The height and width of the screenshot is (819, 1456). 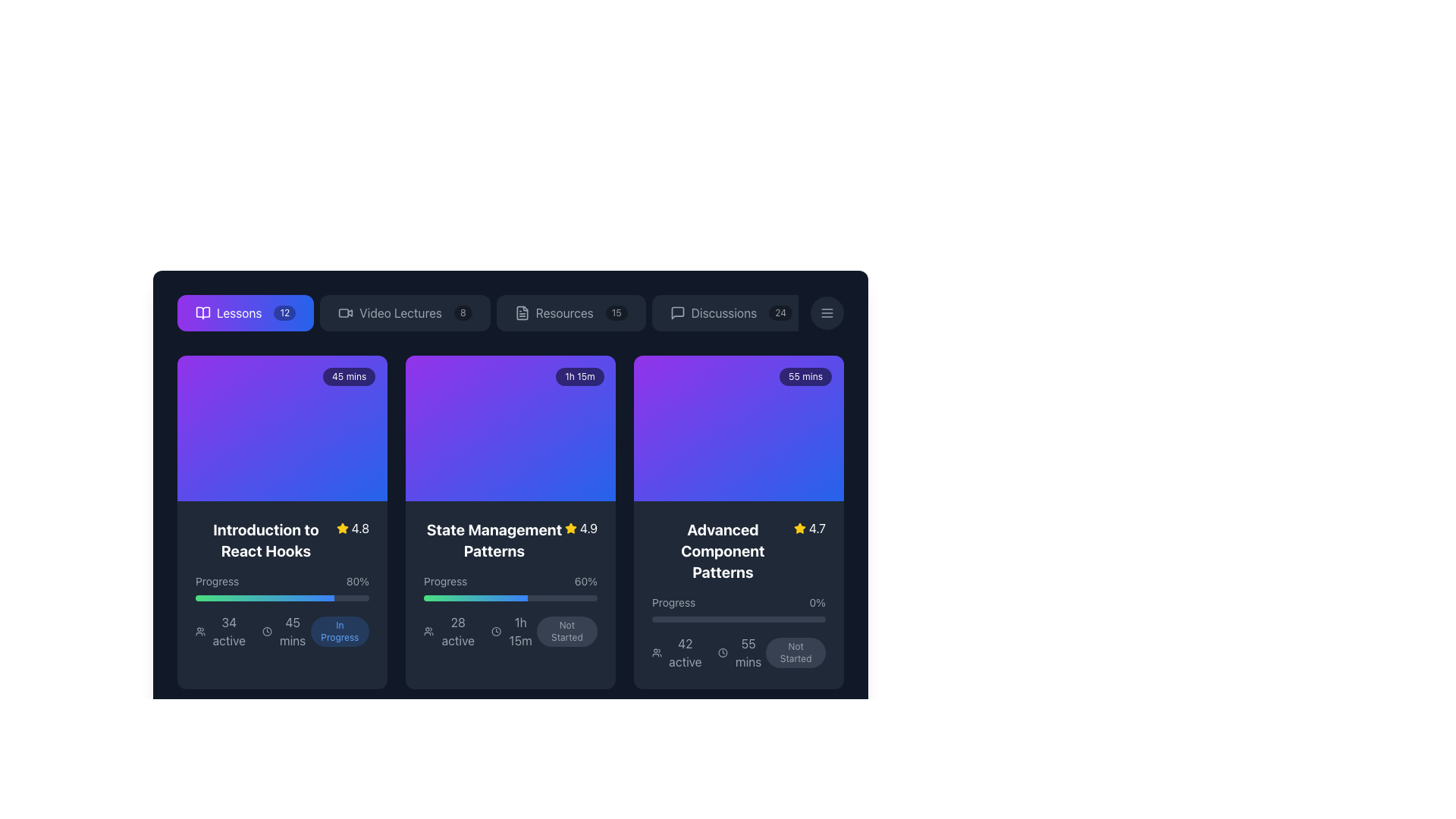 What do you see at coordinates (405, 312) in the screenshot?
I see `the 'Video Lectures' button, which has a dark gray background, light gray text, a video icon on the left, and a badge with the number '8' on the right` at bounding box center [405, 312].